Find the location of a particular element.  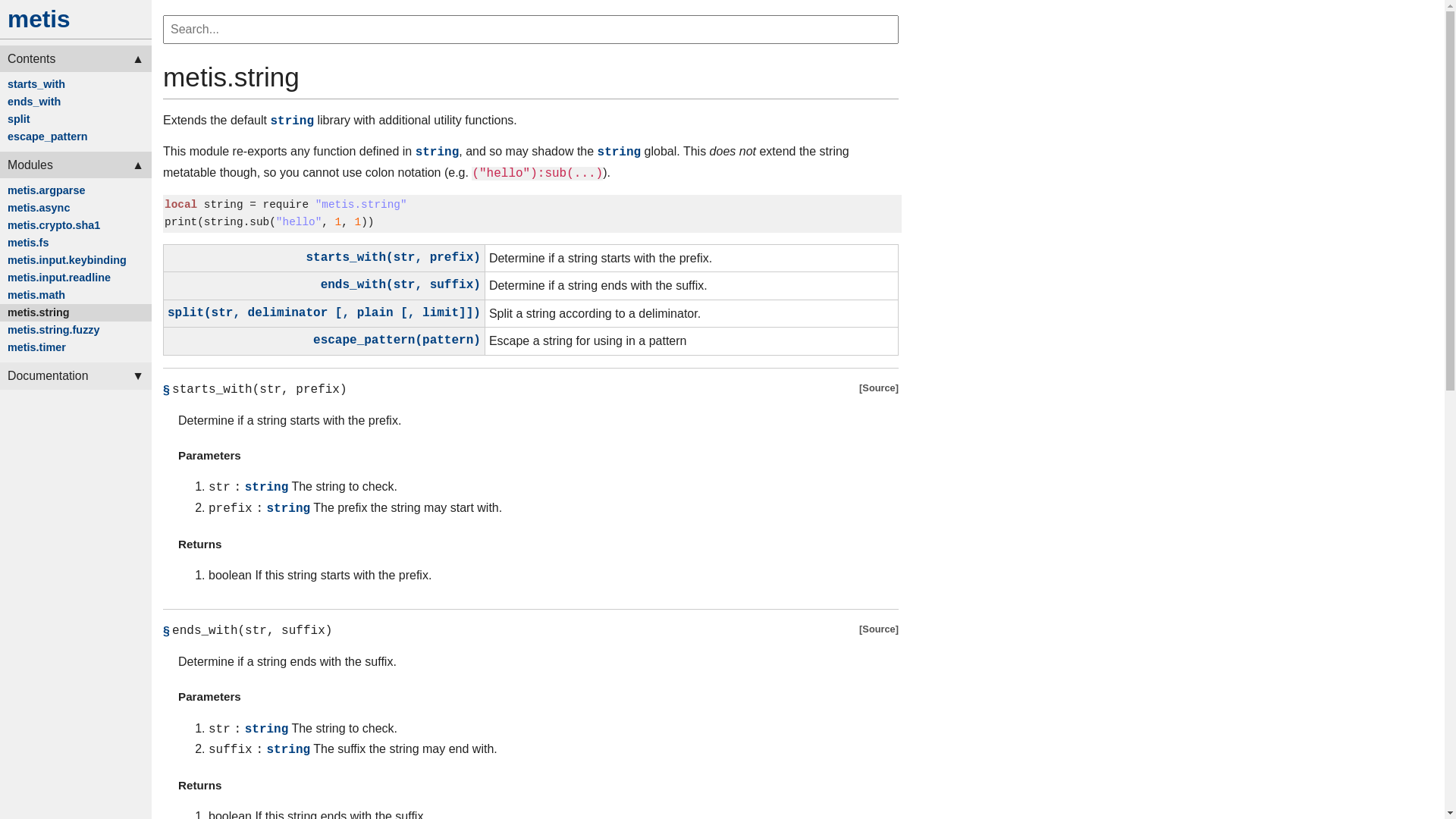

'metis.input.keybinding' is located at coordinates (75, 259).